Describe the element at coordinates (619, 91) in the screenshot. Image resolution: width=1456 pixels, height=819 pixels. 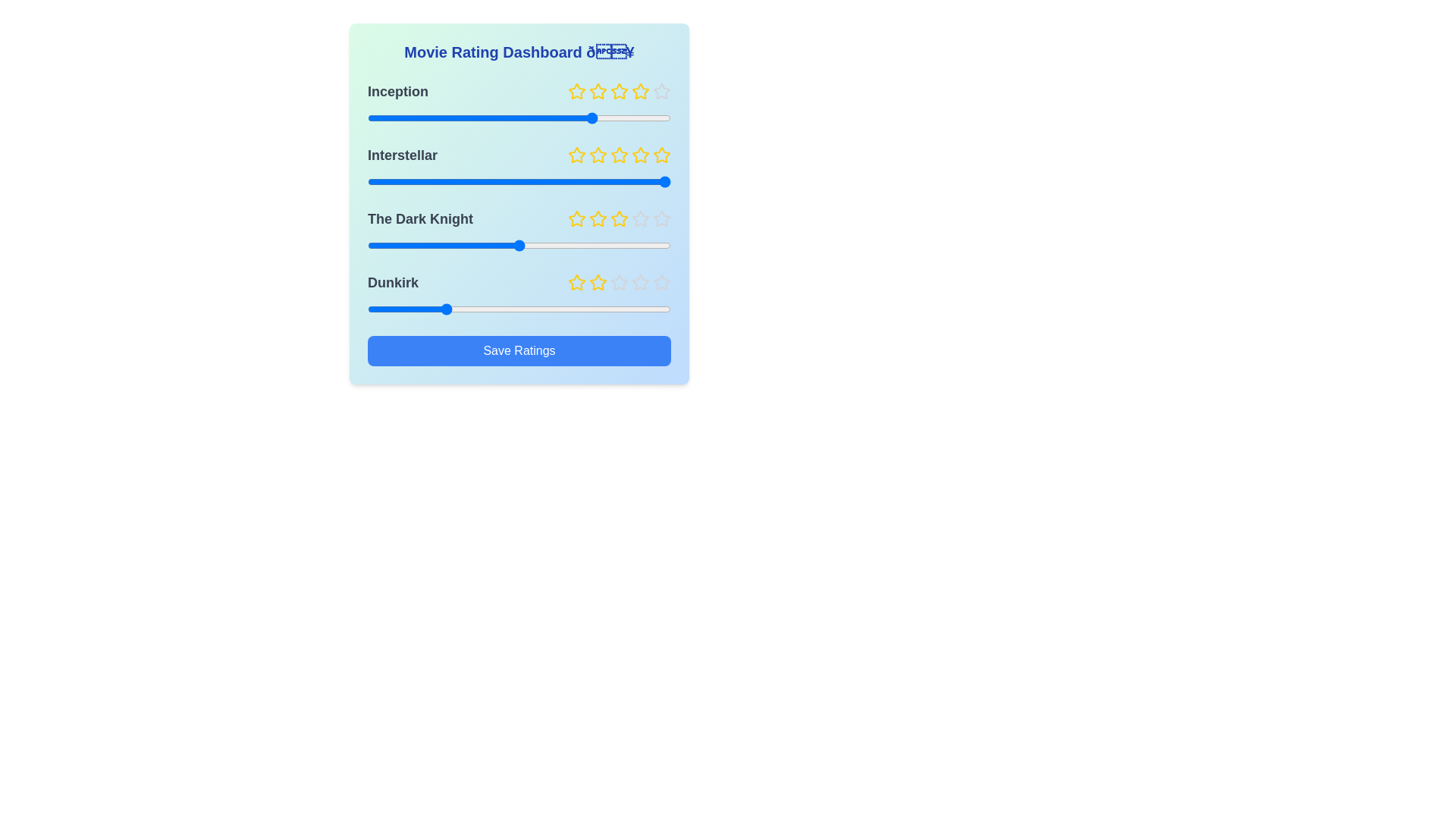
I see `the rating for a movie to 3 stars by clicking on the corresponding star` at that location.